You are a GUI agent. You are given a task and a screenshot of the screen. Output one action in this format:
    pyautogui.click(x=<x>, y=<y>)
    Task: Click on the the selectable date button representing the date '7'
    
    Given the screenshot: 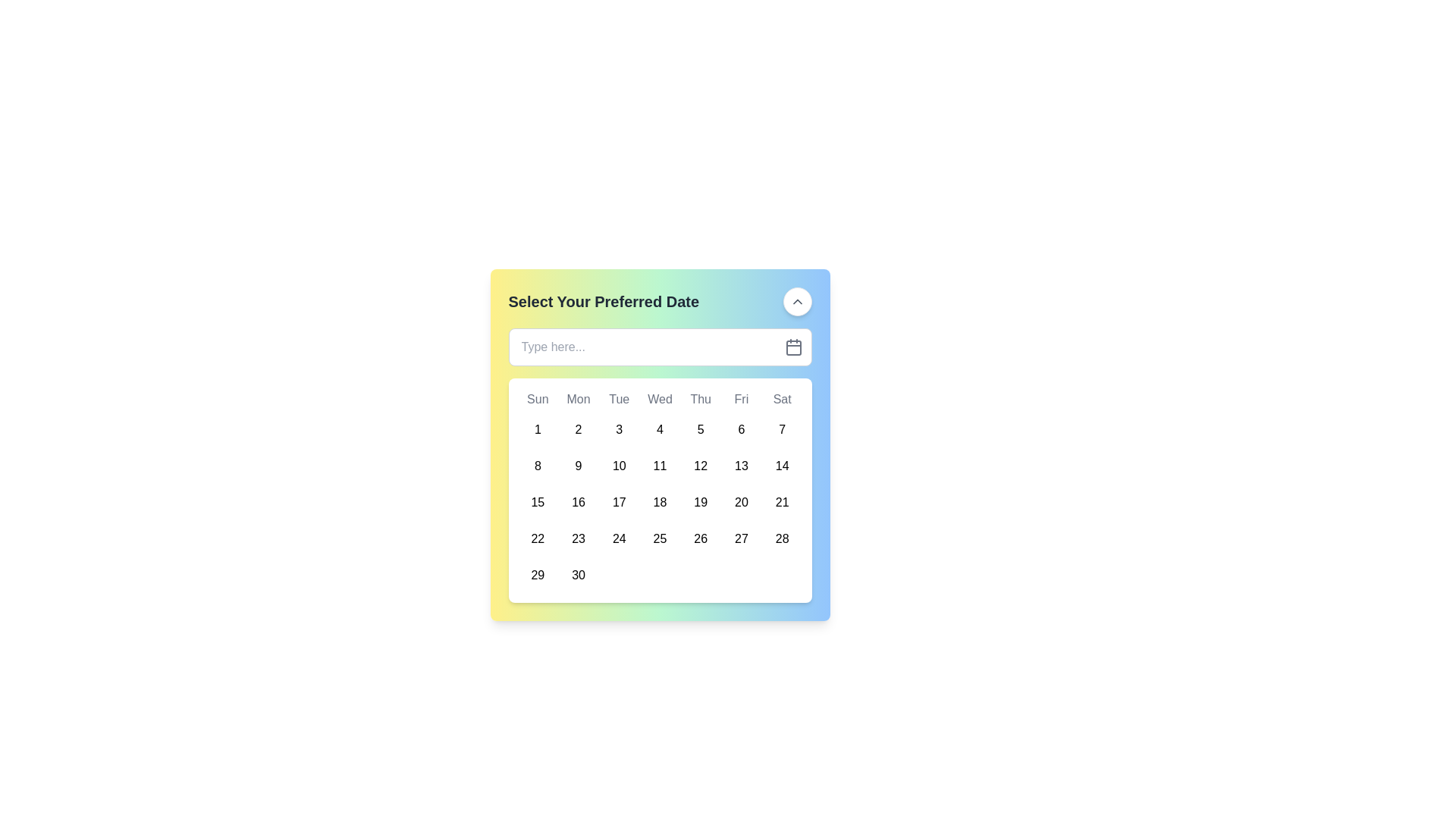 What is the action you would take?
    pyautogui.click(x=782, y=430)
    